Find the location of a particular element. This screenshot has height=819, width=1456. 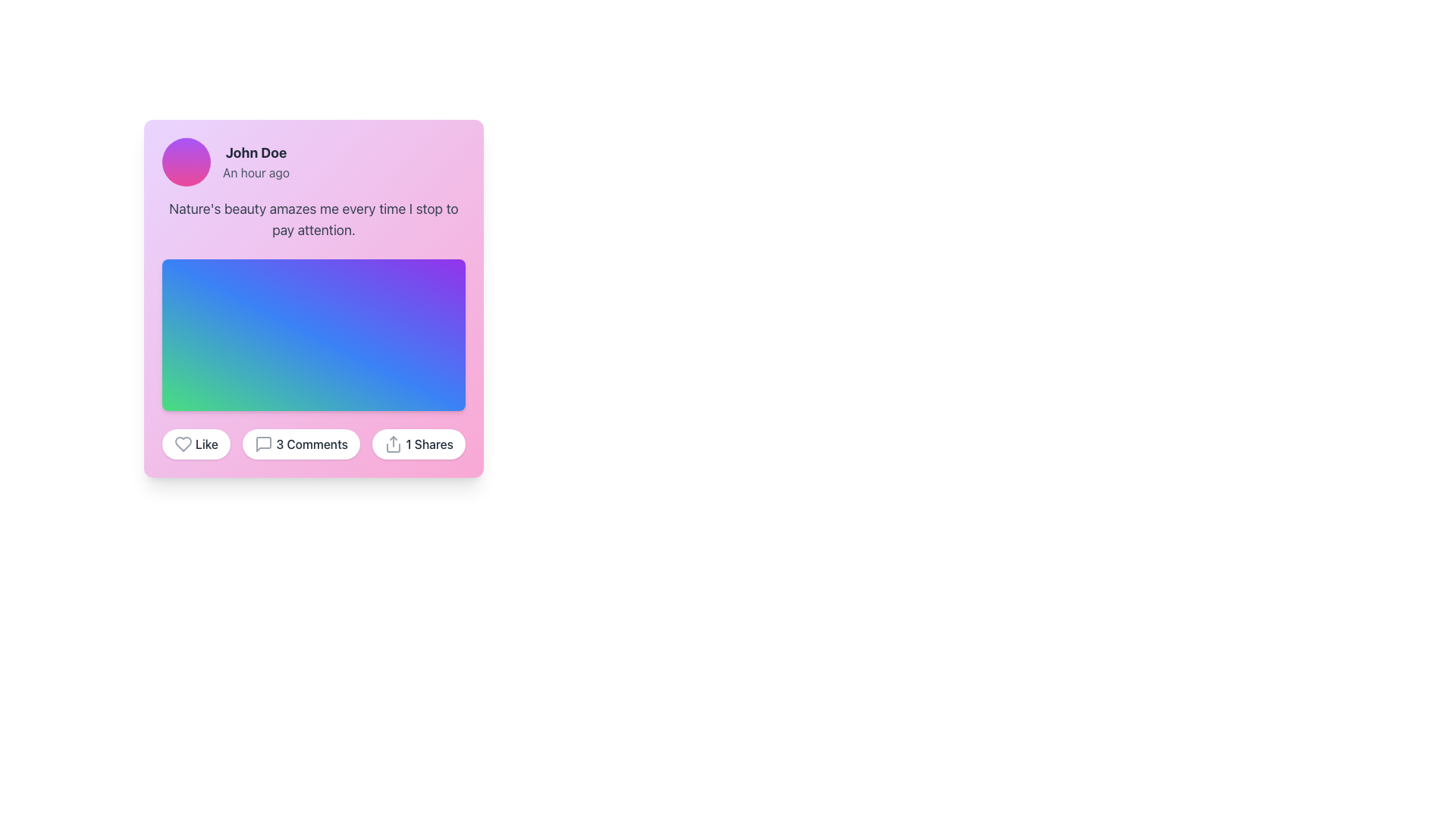

the Text element displaying the user name 'John Doe' and the timestamp 'An hour ago' in the top center area of the card-like interface is located at coordinates (256, 162).